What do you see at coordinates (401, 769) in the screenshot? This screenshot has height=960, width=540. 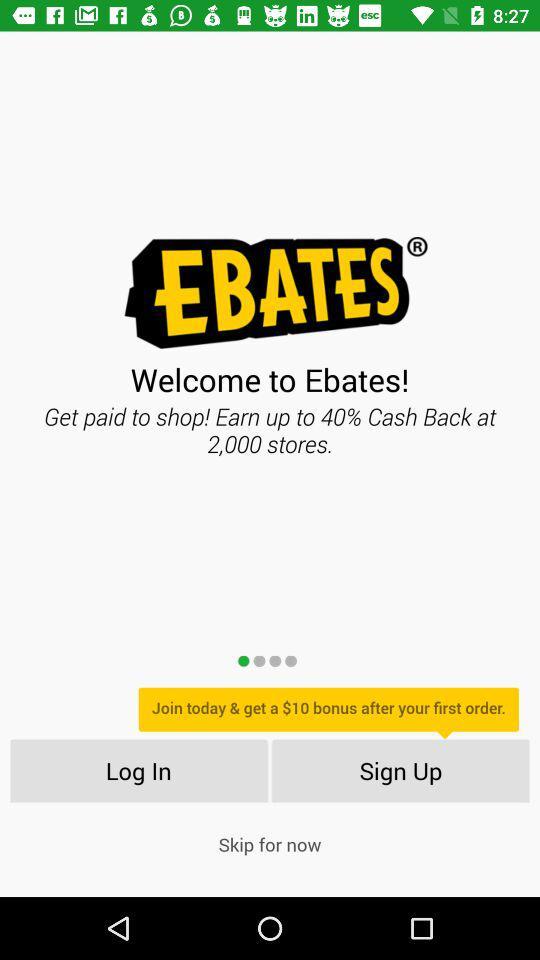 I see `item next to log in` at bounding box center [401, 769].